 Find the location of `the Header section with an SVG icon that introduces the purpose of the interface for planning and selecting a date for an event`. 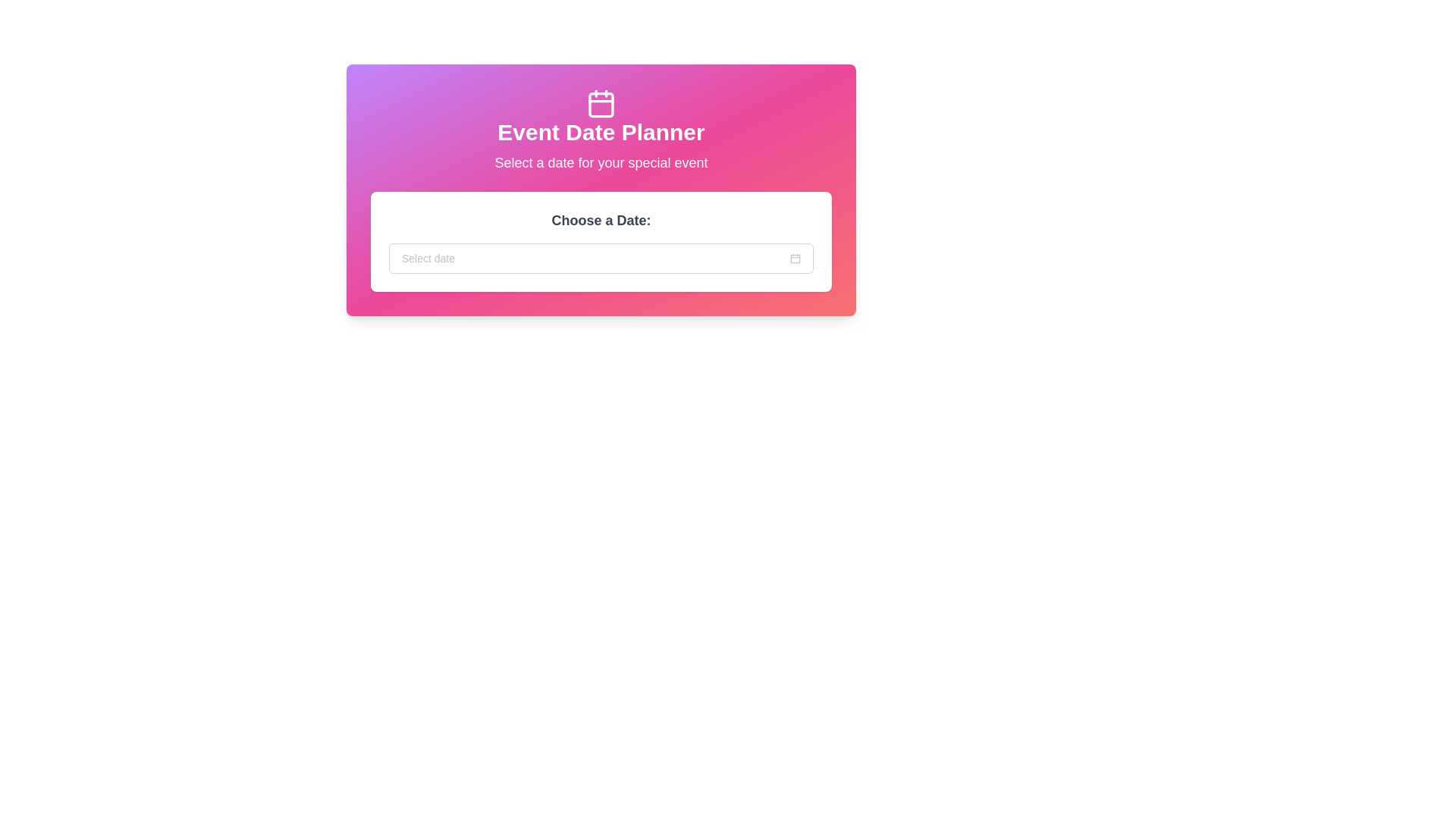

the Header section with an SVG icon that introduces the purpose of the interface for planning and selecting a date for an event is located at coordinates (600, 130).